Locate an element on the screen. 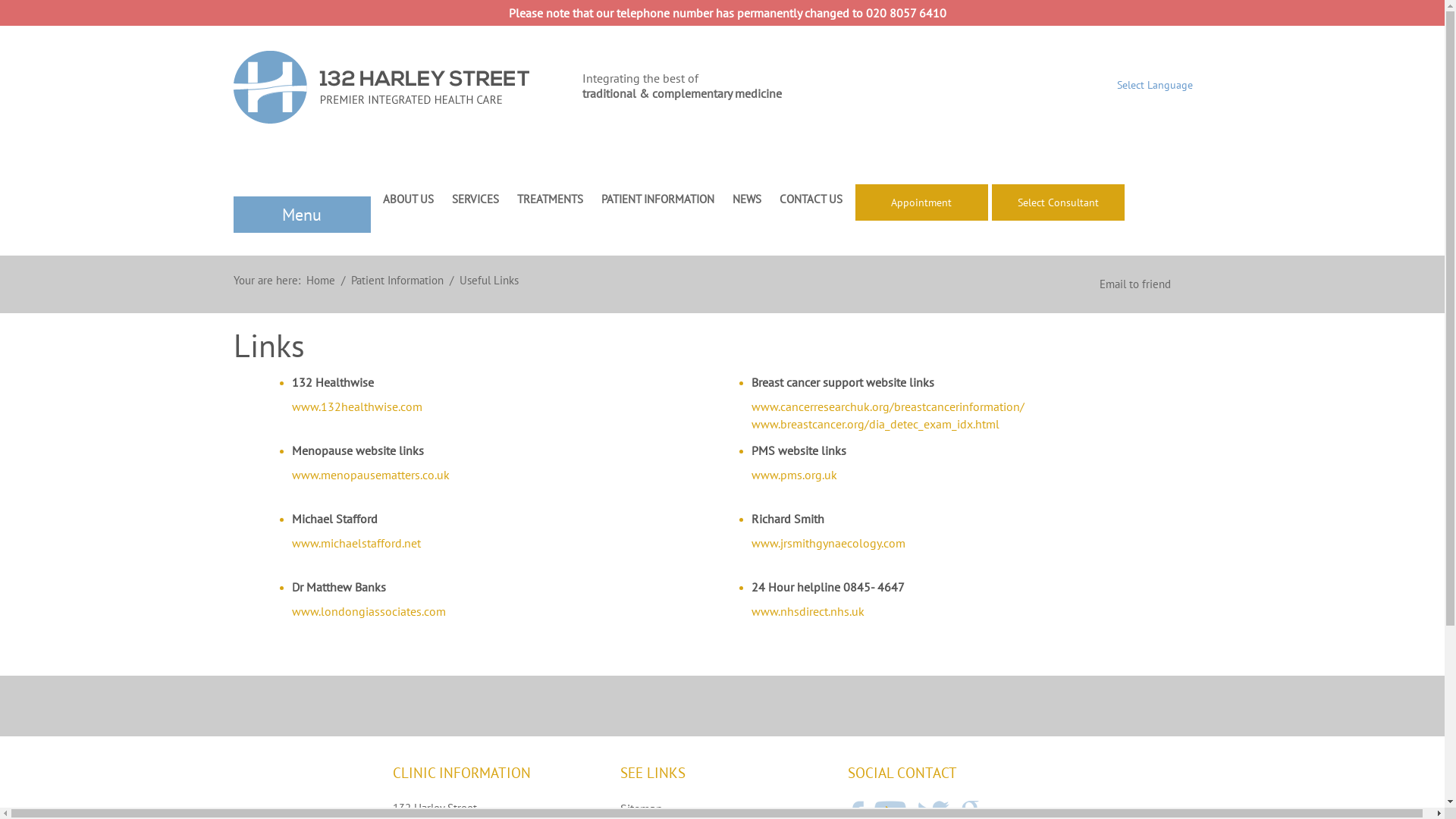  'TREATMENTS' is located at coordinates (549, 198).